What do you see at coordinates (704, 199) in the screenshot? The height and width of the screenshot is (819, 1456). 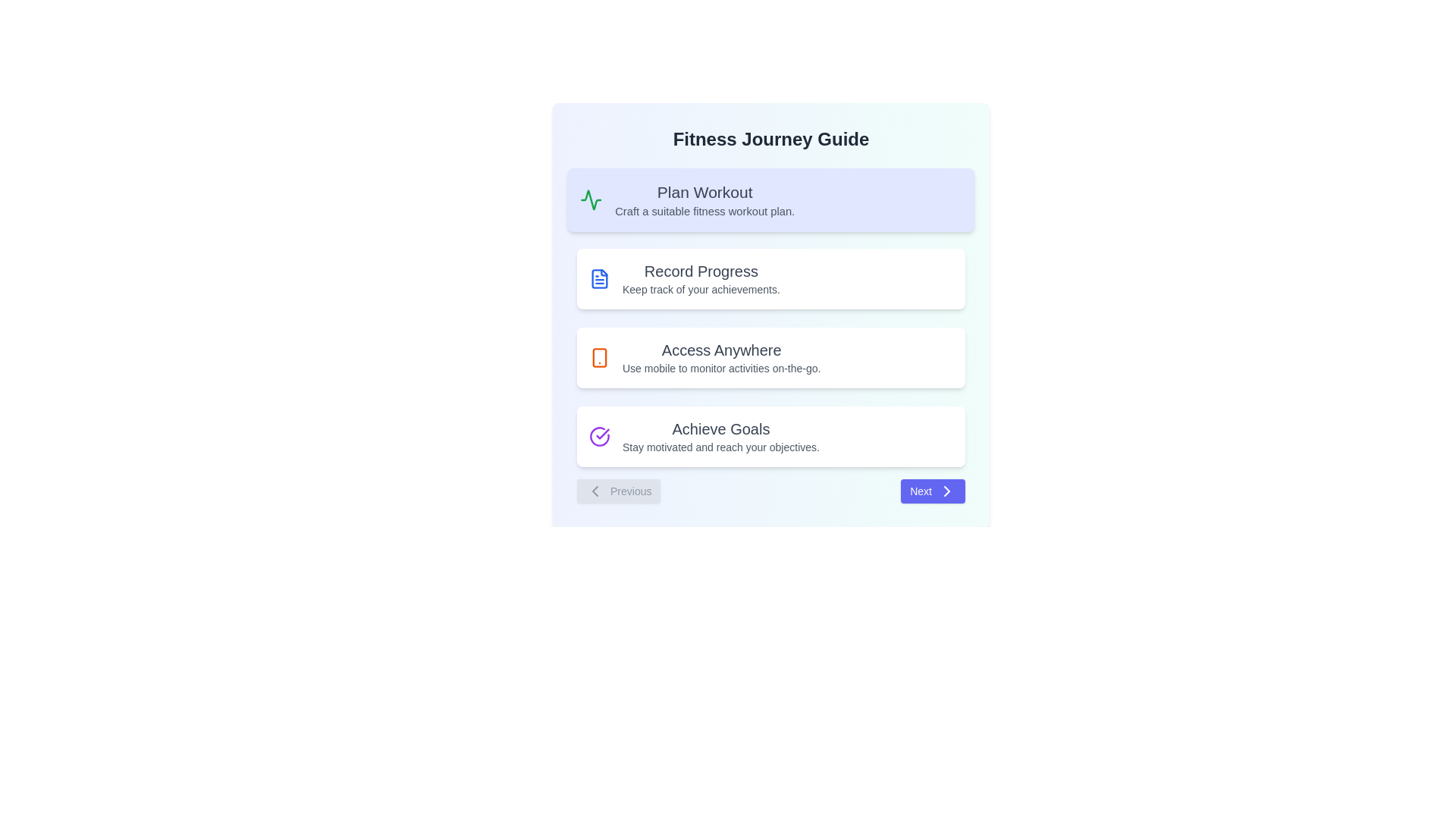 I see `the Informative text element that introduces the feature of planning a workout, which includes a heading and subtext, located to the right of a heart rate line icon` at bounding box center [704, 199].